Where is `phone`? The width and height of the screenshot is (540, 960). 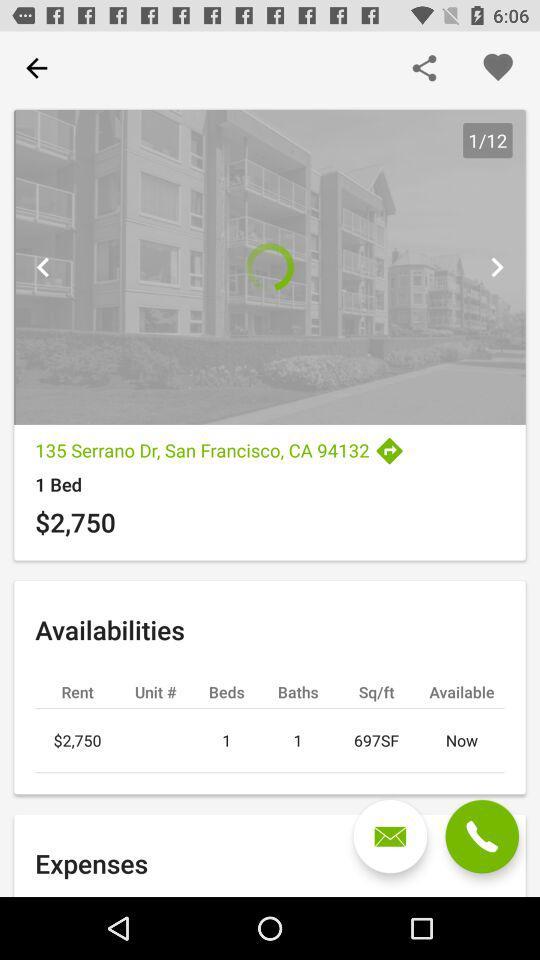 phone is located at coordinates (481, 836).